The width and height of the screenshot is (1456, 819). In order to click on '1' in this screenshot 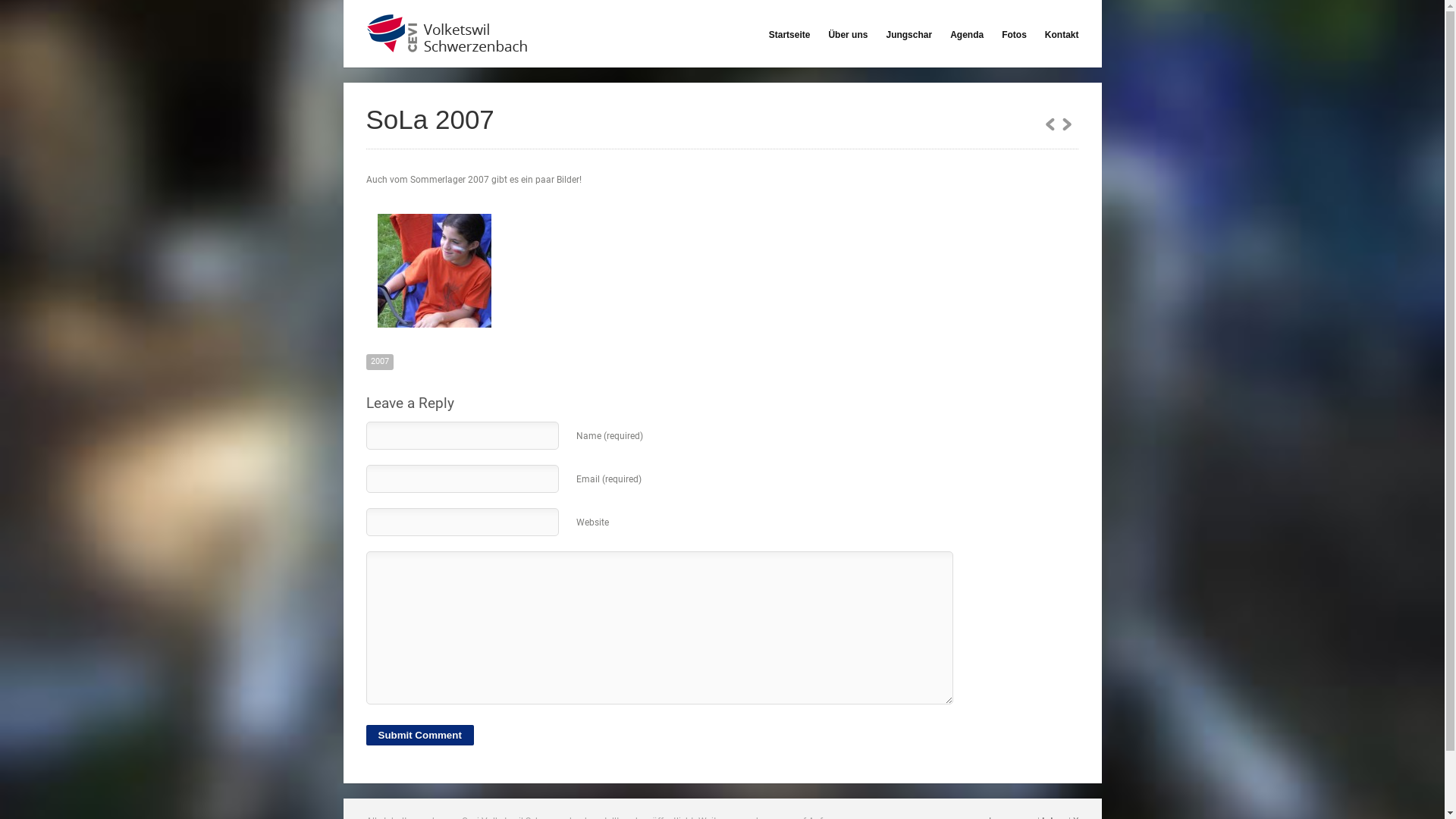, I will do `click(1043, 122)`.